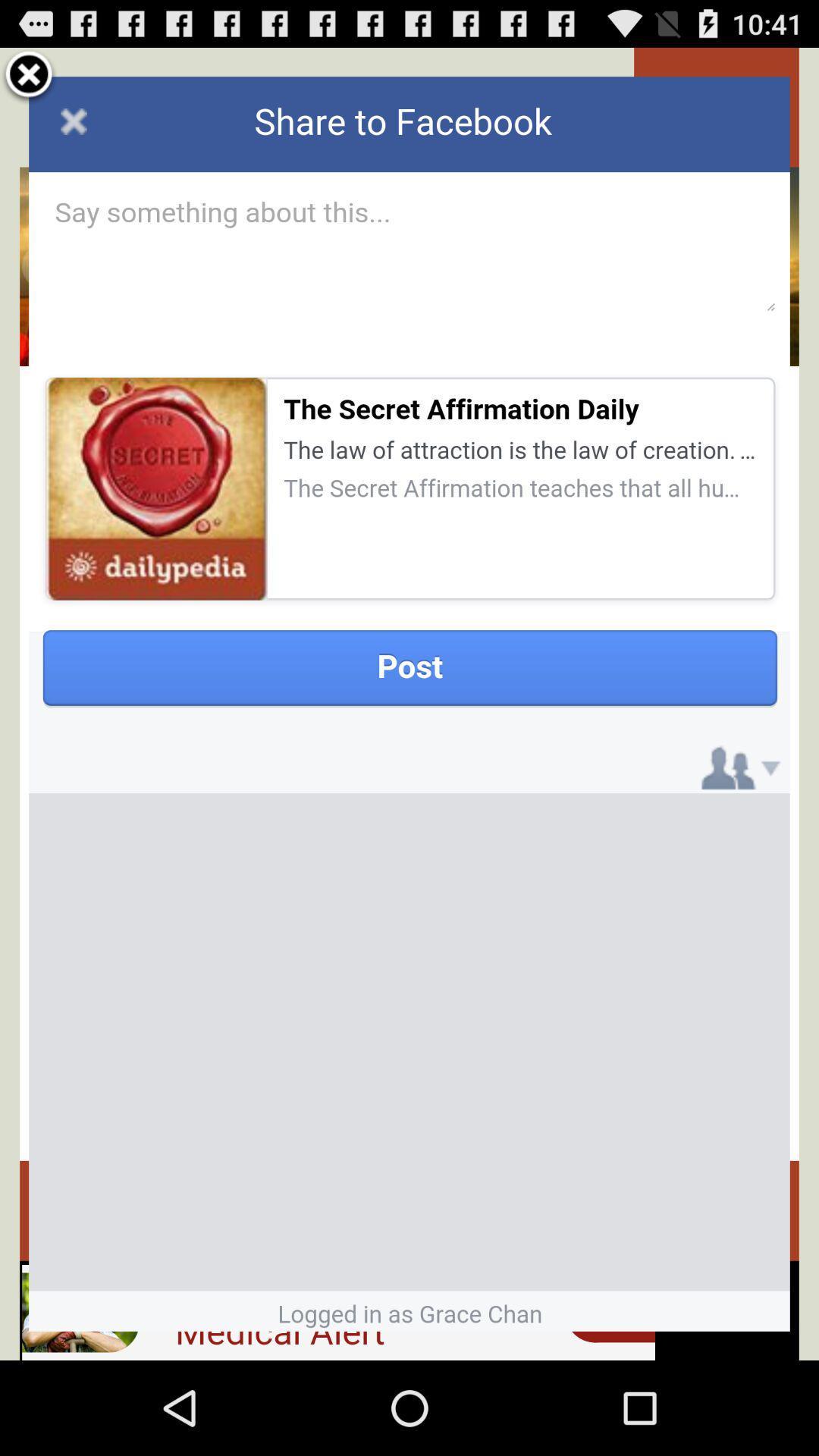 The image size is (819, 1456). I want to click on facebook post page, so click(409, 703).